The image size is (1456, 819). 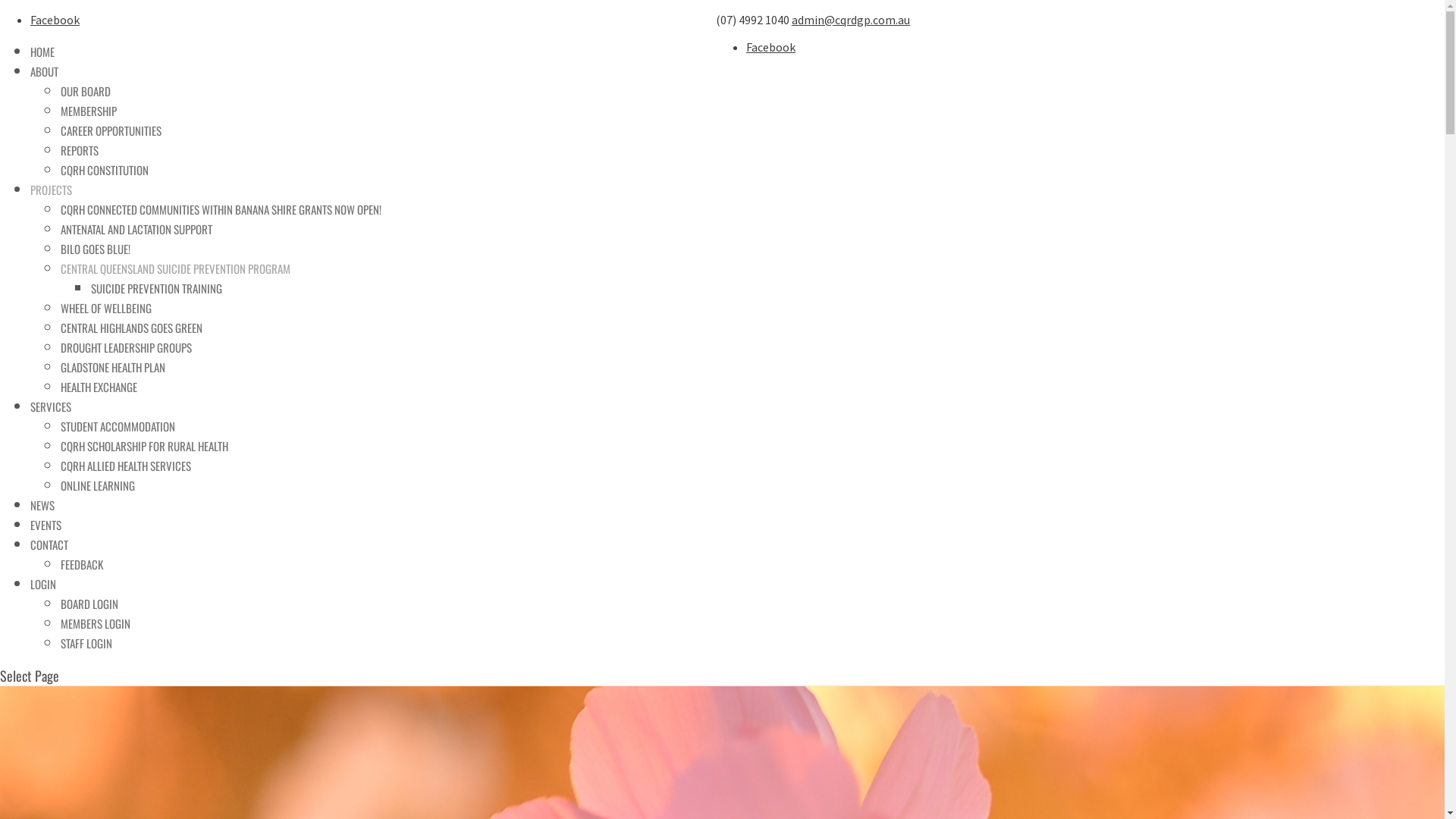 What do you see at coordinates (110, 130) in the screenshot?
I see `'CAREER OPPORTUNITIES'` at bounding box center [110, 130].